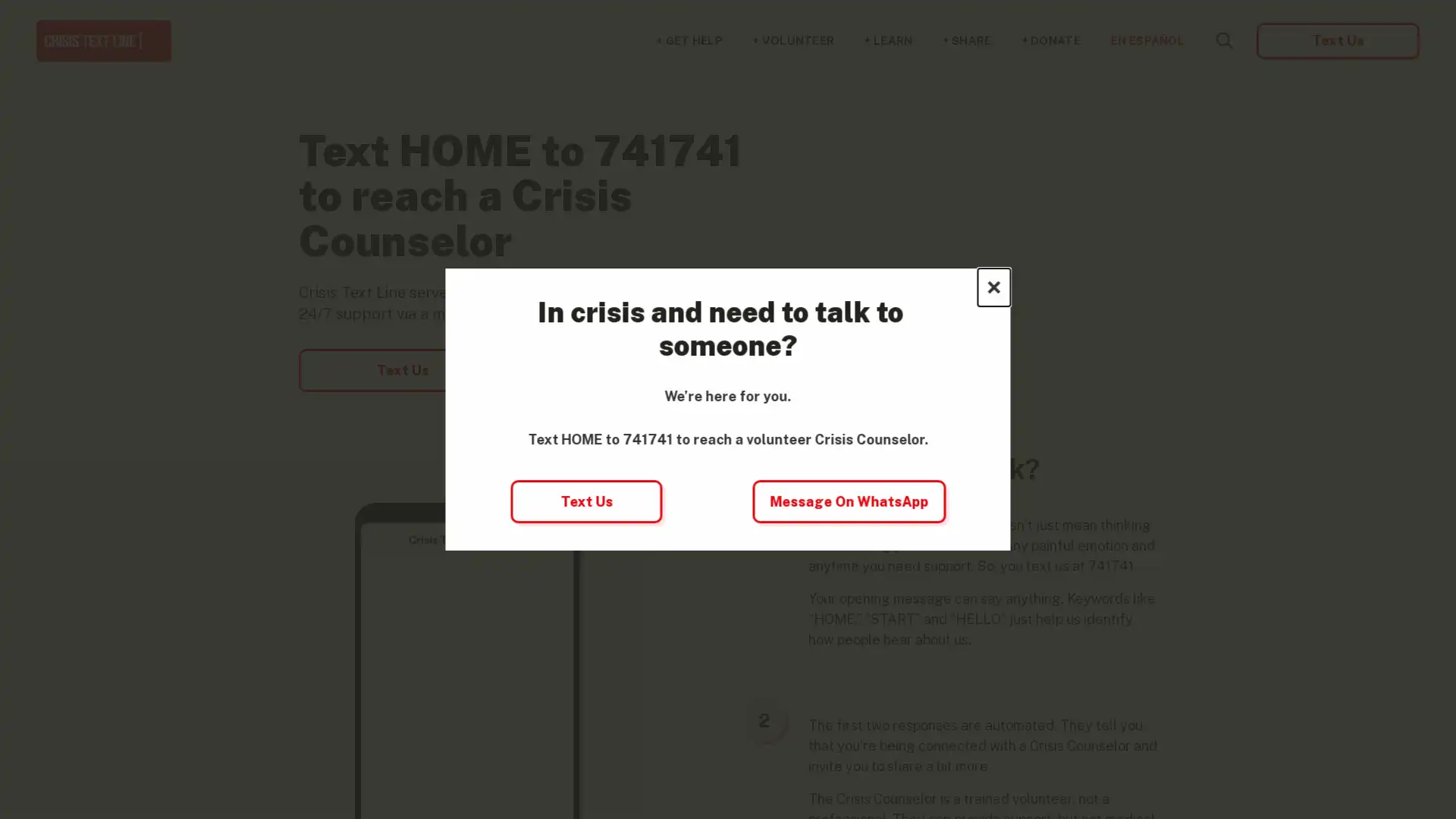 This screenshot has height=819, width=1456. What do you see at coordinates (993, 287) in the screenshot?
I see `Close this dialog window` at bounding box center [993, 287].